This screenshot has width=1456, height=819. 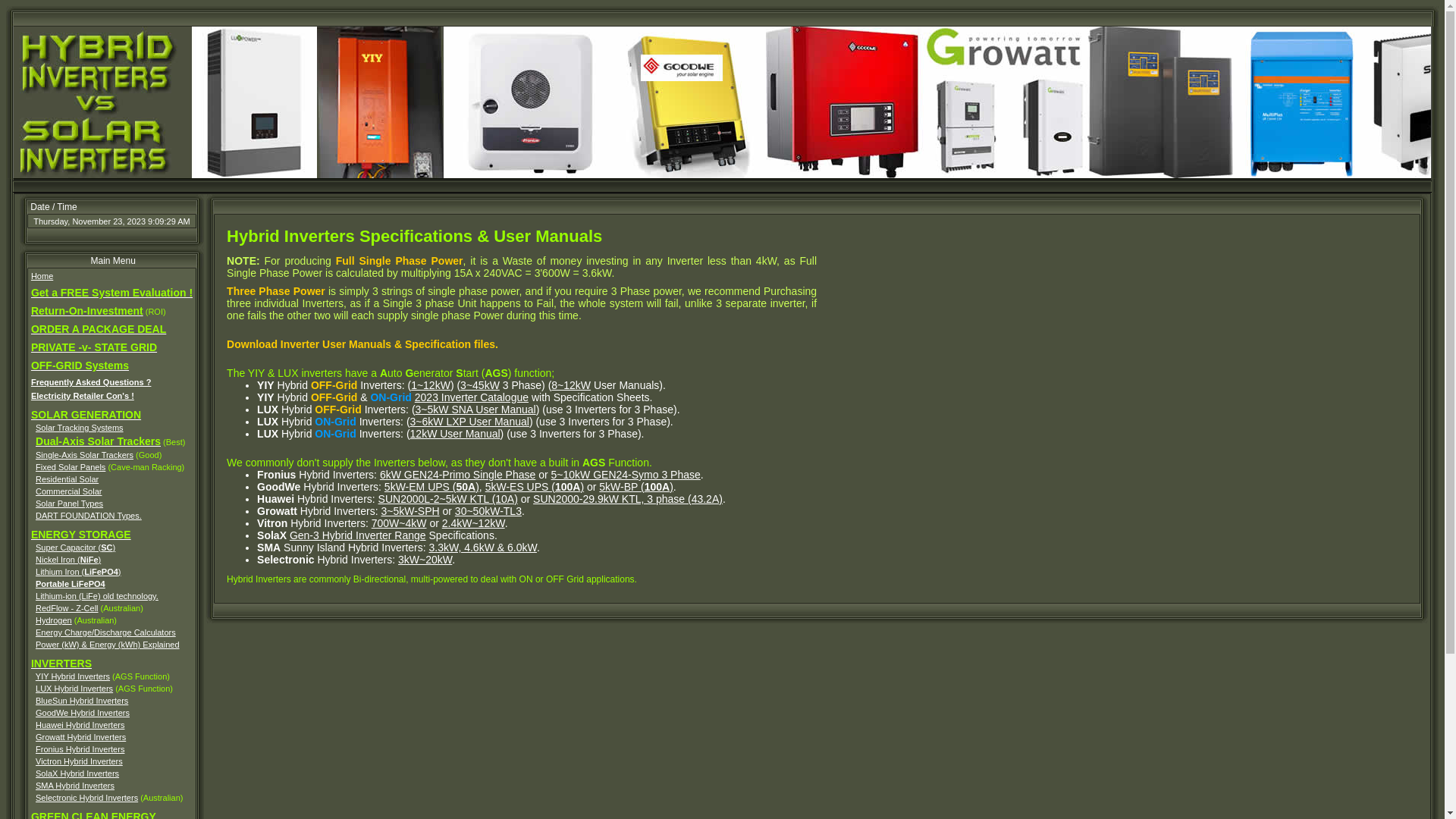 I want to click on 'Nickel Iron (NiFe)', so click(x=67, y=559).